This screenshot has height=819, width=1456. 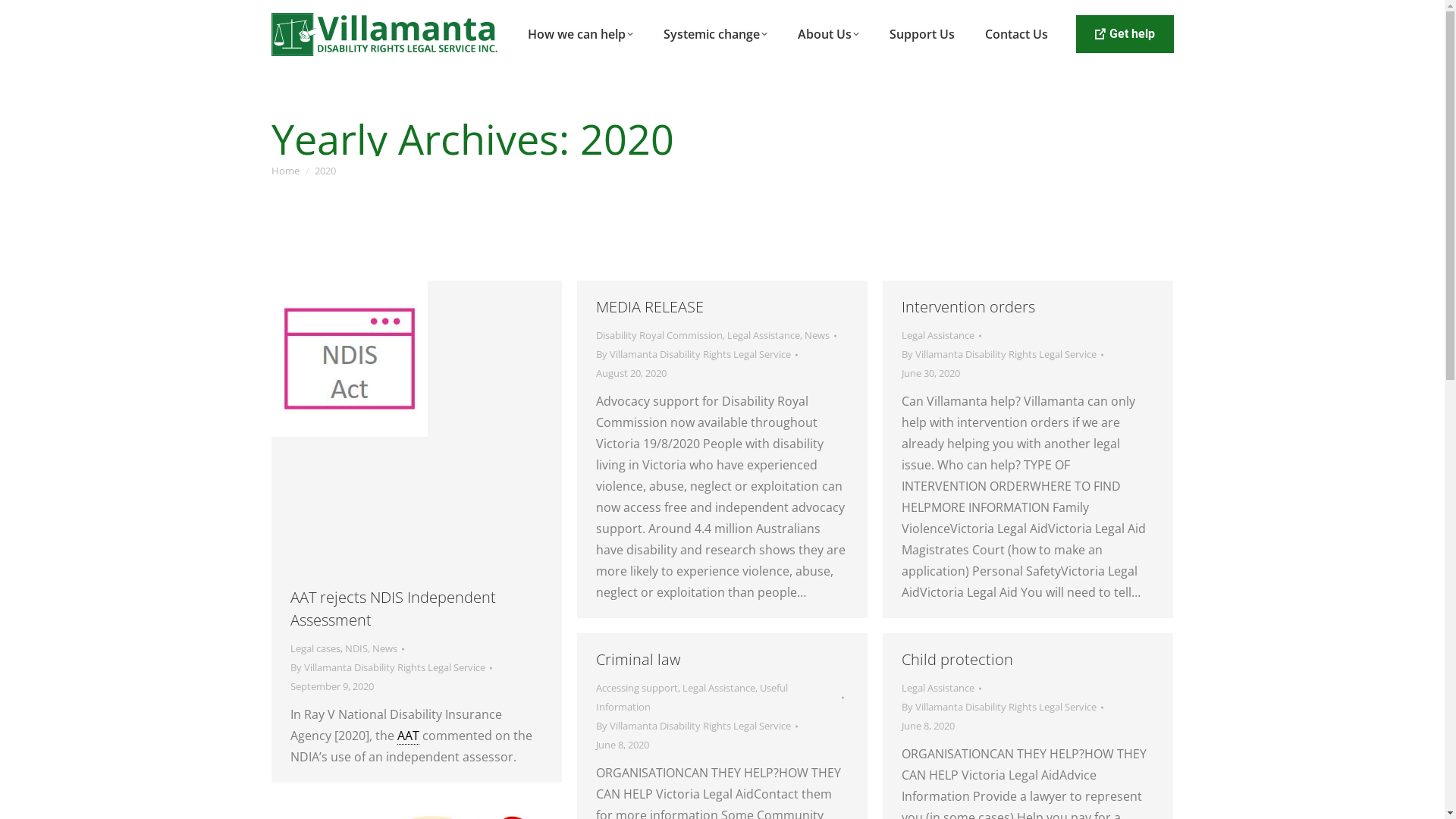 I want to click on 'Disability Royal Commission', so click(x=659, y=334).